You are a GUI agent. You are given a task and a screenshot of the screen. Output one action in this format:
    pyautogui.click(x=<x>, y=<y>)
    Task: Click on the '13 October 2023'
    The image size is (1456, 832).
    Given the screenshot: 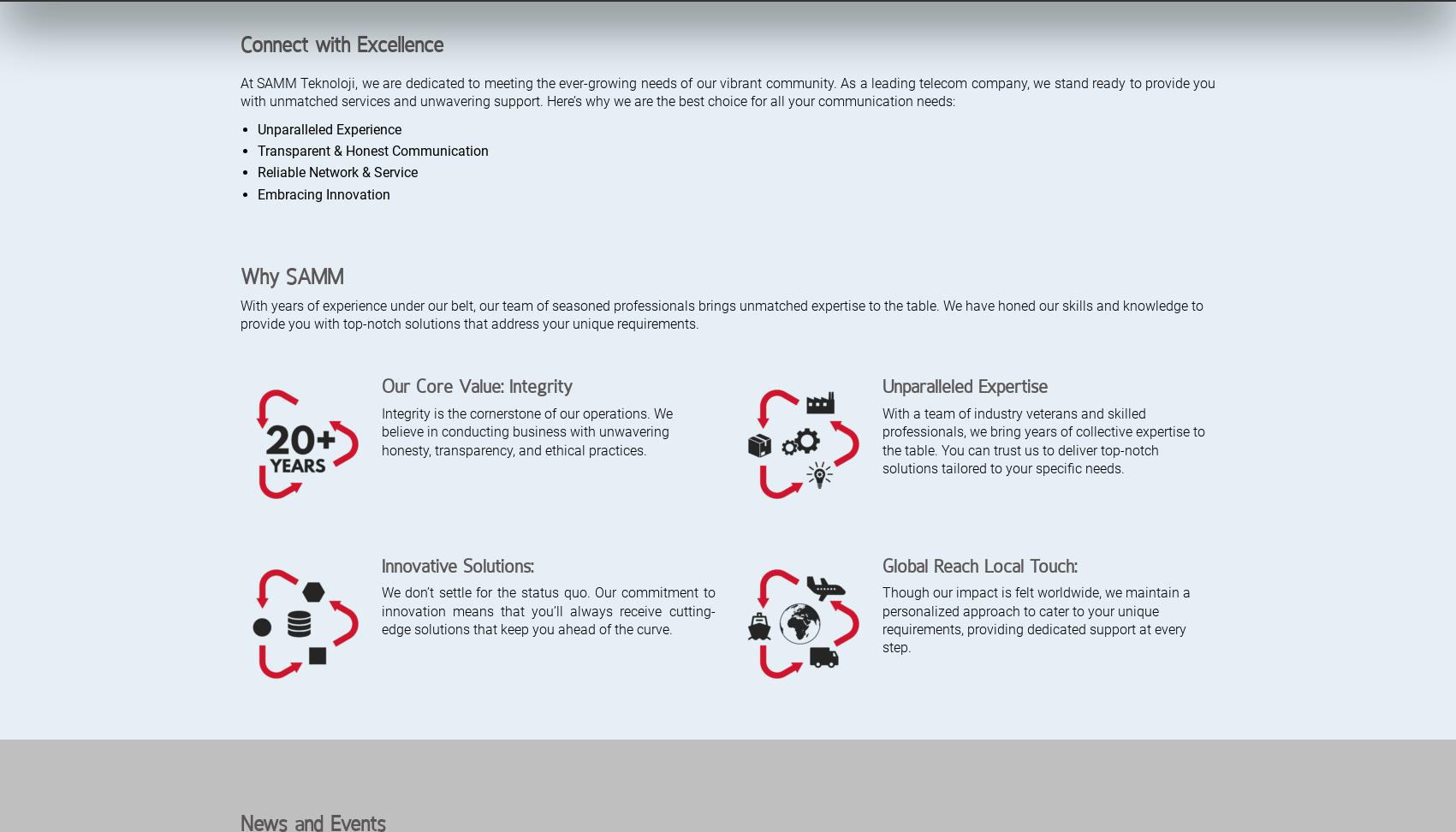 What is the action you would take?
    pyautogui.click(x=754, y=374)
    